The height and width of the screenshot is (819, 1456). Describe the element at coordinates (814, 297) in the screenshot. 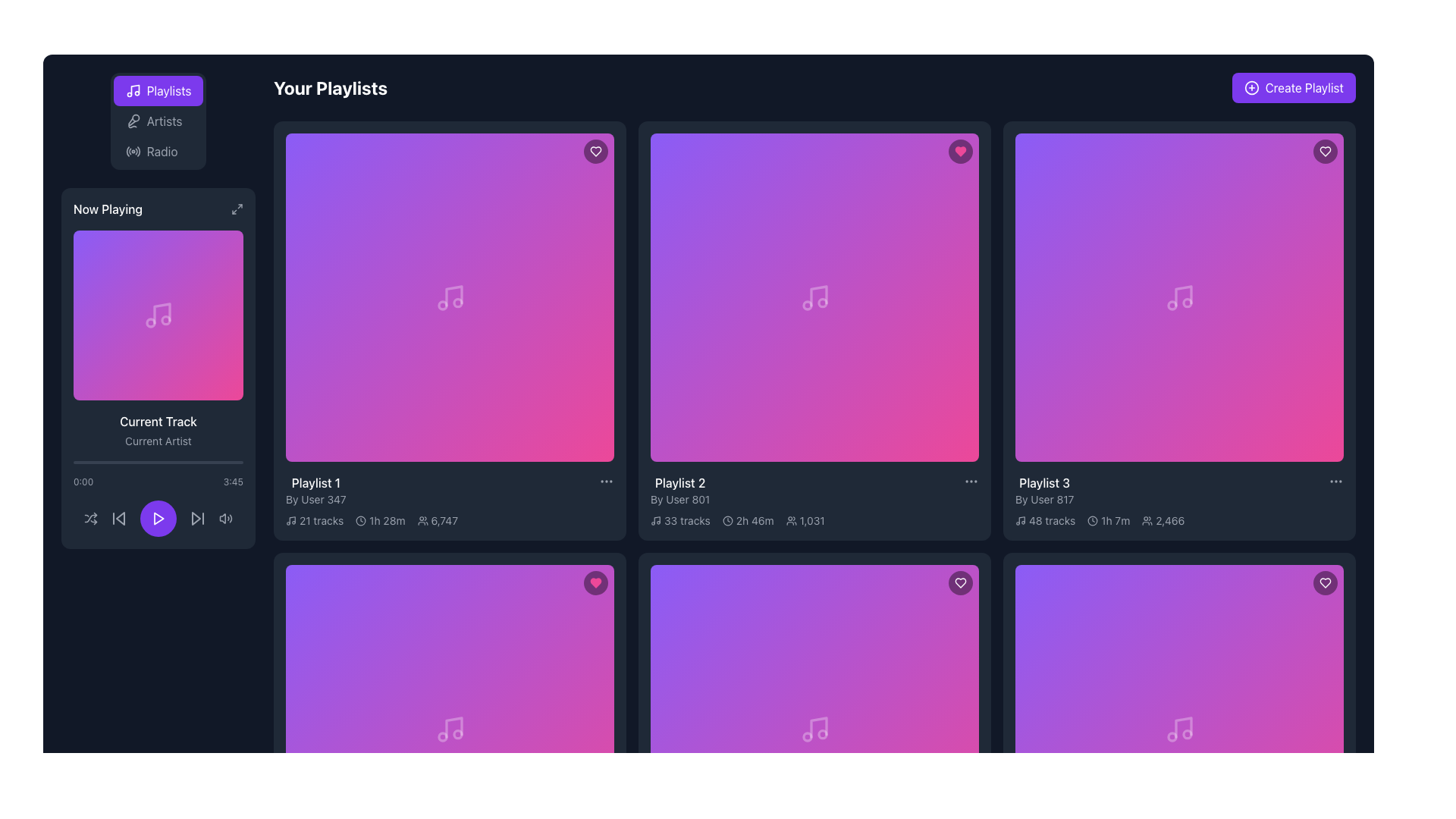

I see `the interactive play button for 'Playlist 2'` at that location.